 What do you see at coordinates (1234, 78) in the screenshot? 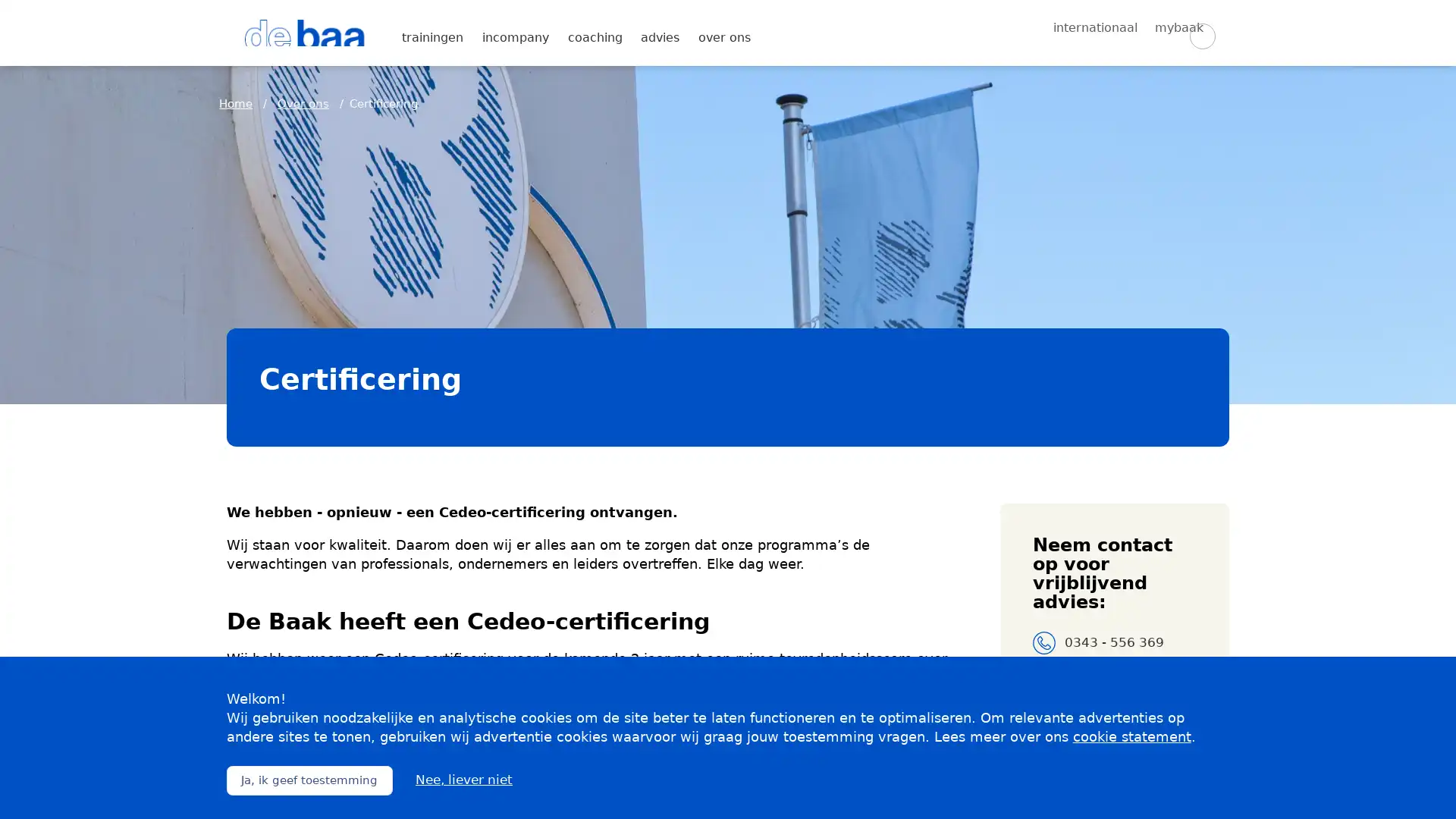
I see `Zoeken` at bounding box center [1234, 78].